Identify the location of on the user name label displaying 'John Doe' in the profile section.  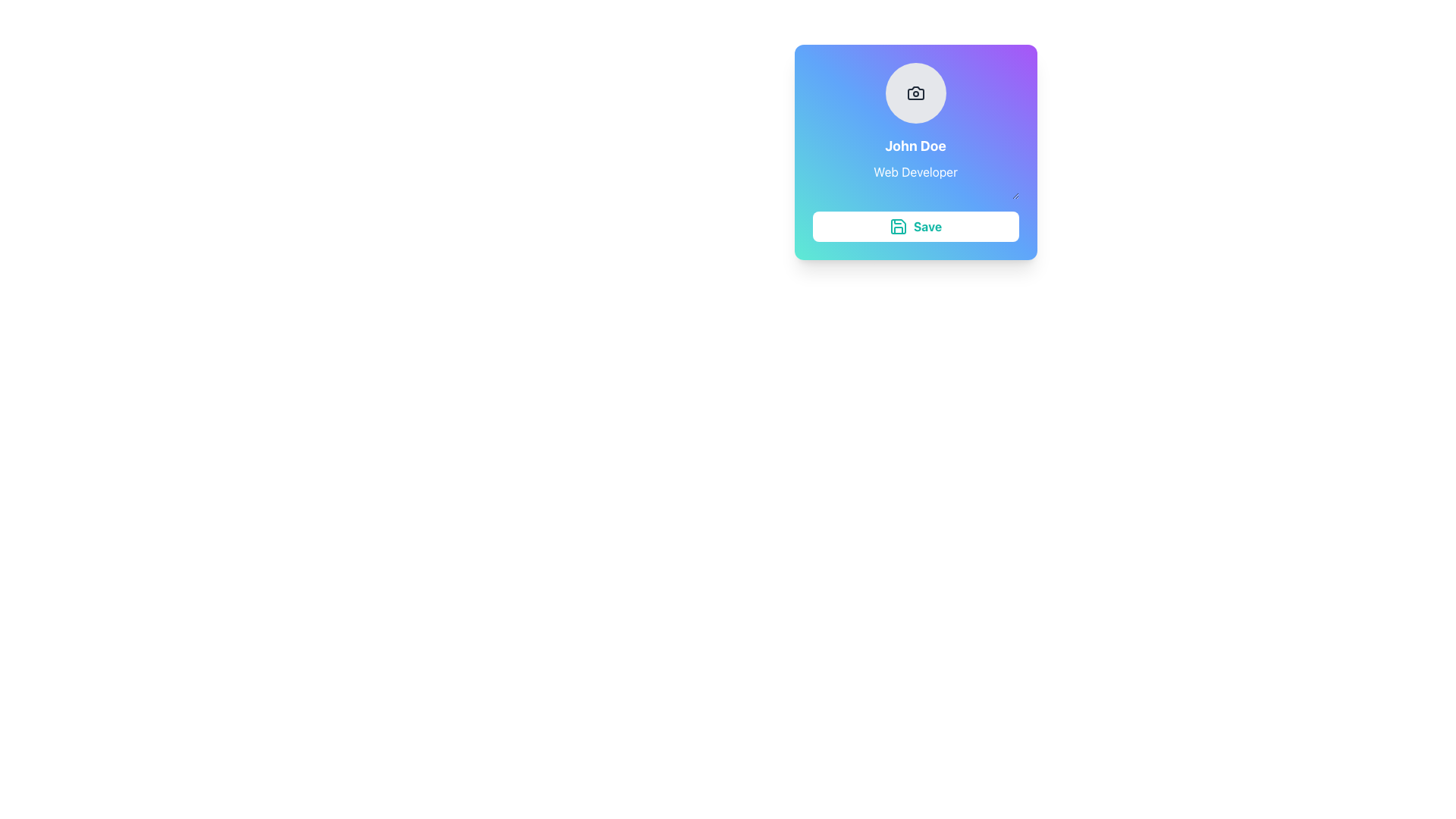
(915, 146).